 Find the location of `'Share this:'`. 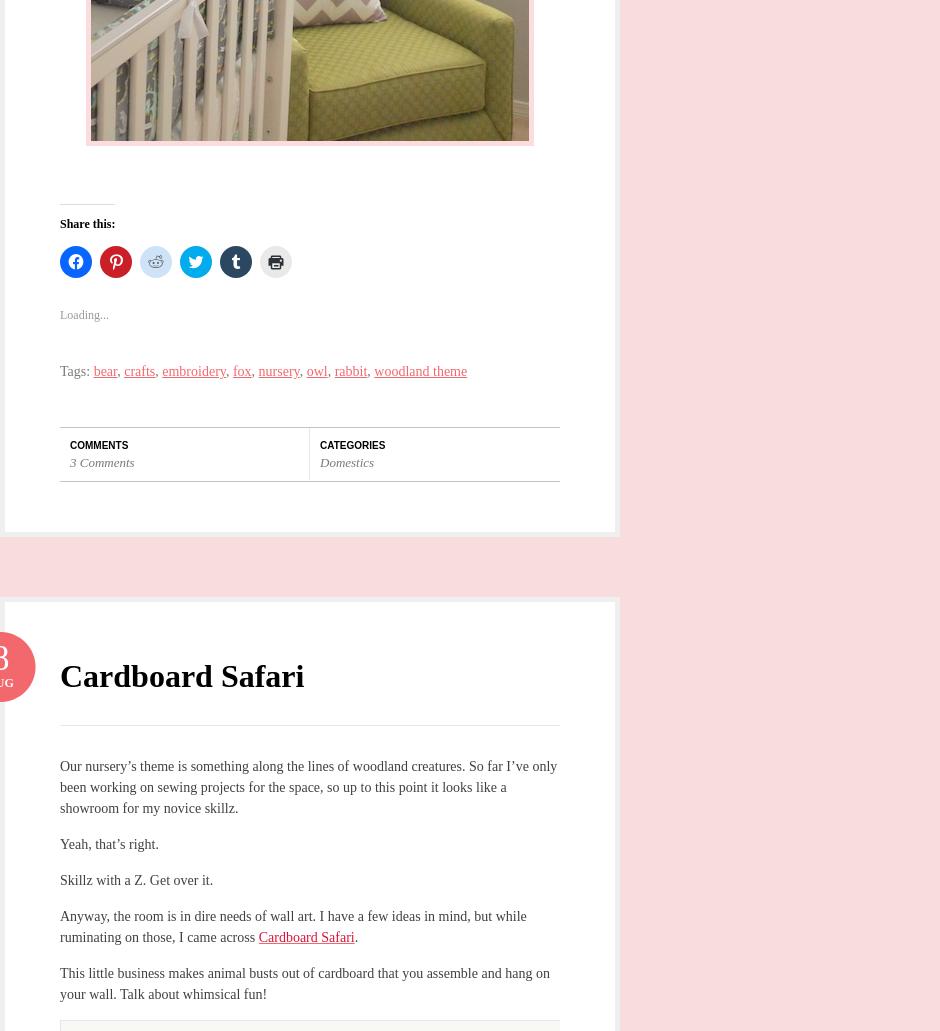

'Share this:' is located at coordinates (58, 223).